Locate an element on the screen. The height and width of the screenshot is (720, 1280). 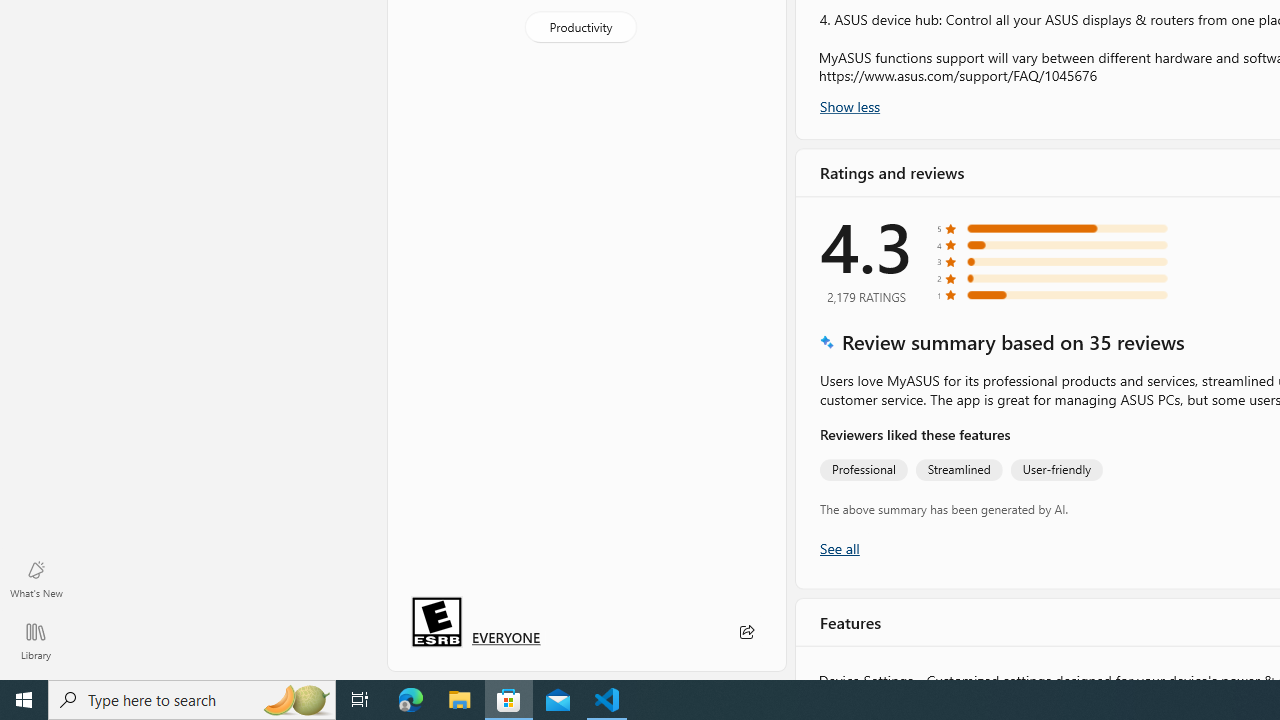
'Share' is located at coordinates (745, 632).